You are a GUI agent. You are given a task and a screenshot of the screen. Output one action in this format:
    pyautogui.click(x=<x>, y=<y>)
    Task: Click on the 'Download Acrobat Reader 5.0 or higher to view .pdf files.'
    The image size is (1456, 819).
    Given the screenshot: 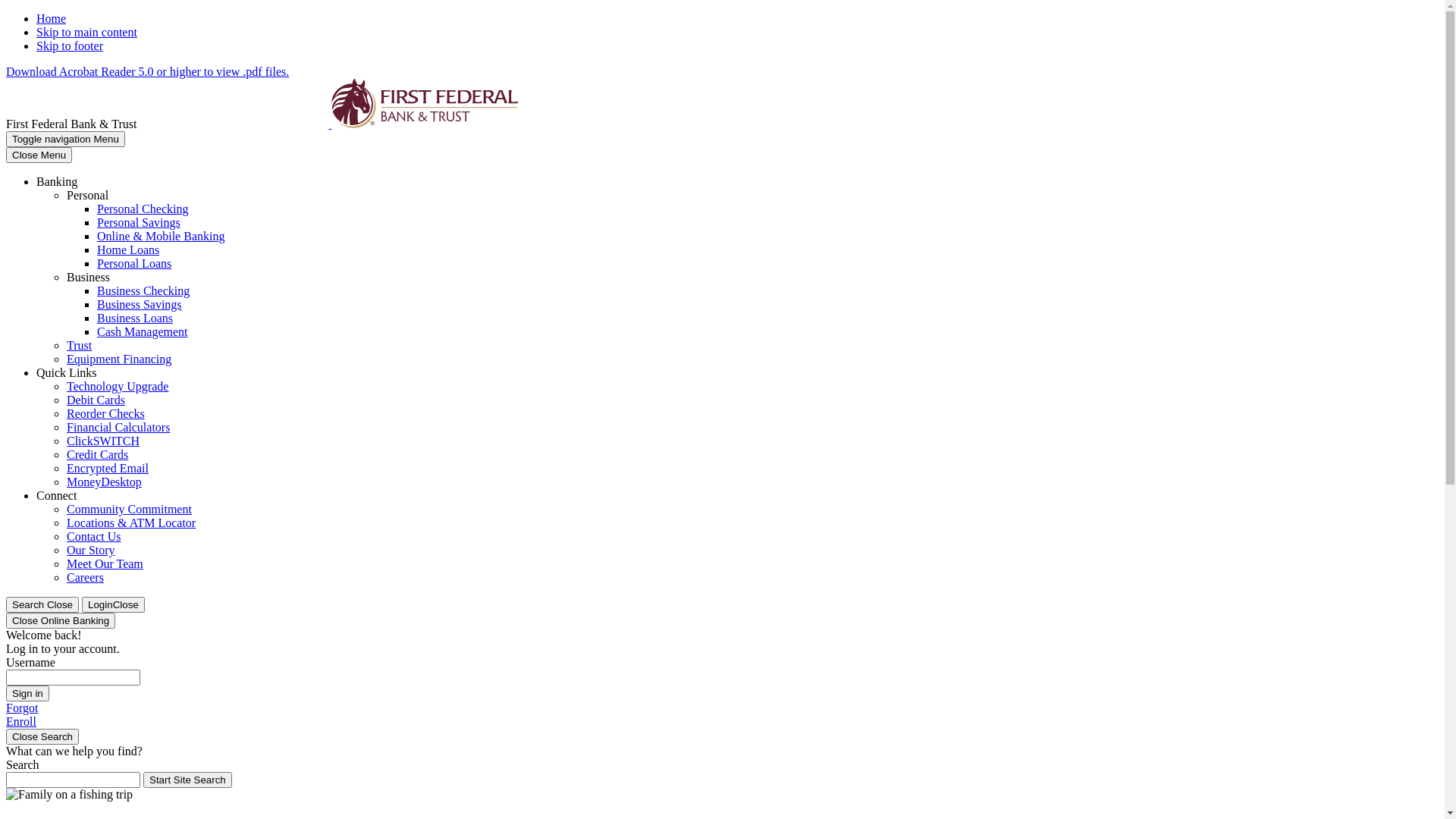 What is the action you would take?
    pyautogui.click(x=147, y=71)
    